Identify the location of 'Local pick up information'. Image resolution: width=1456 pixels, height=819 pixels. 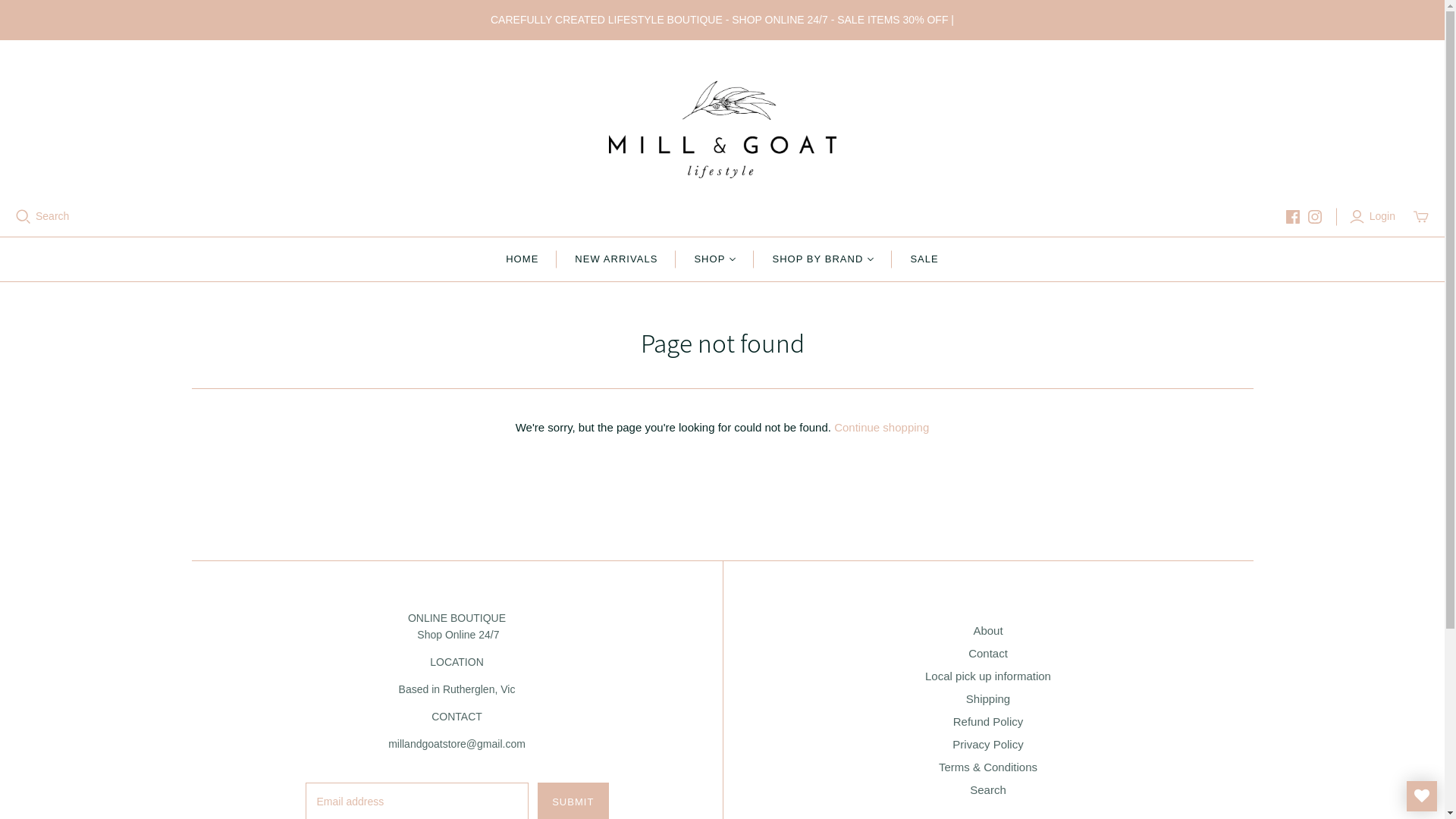
(987, 675).